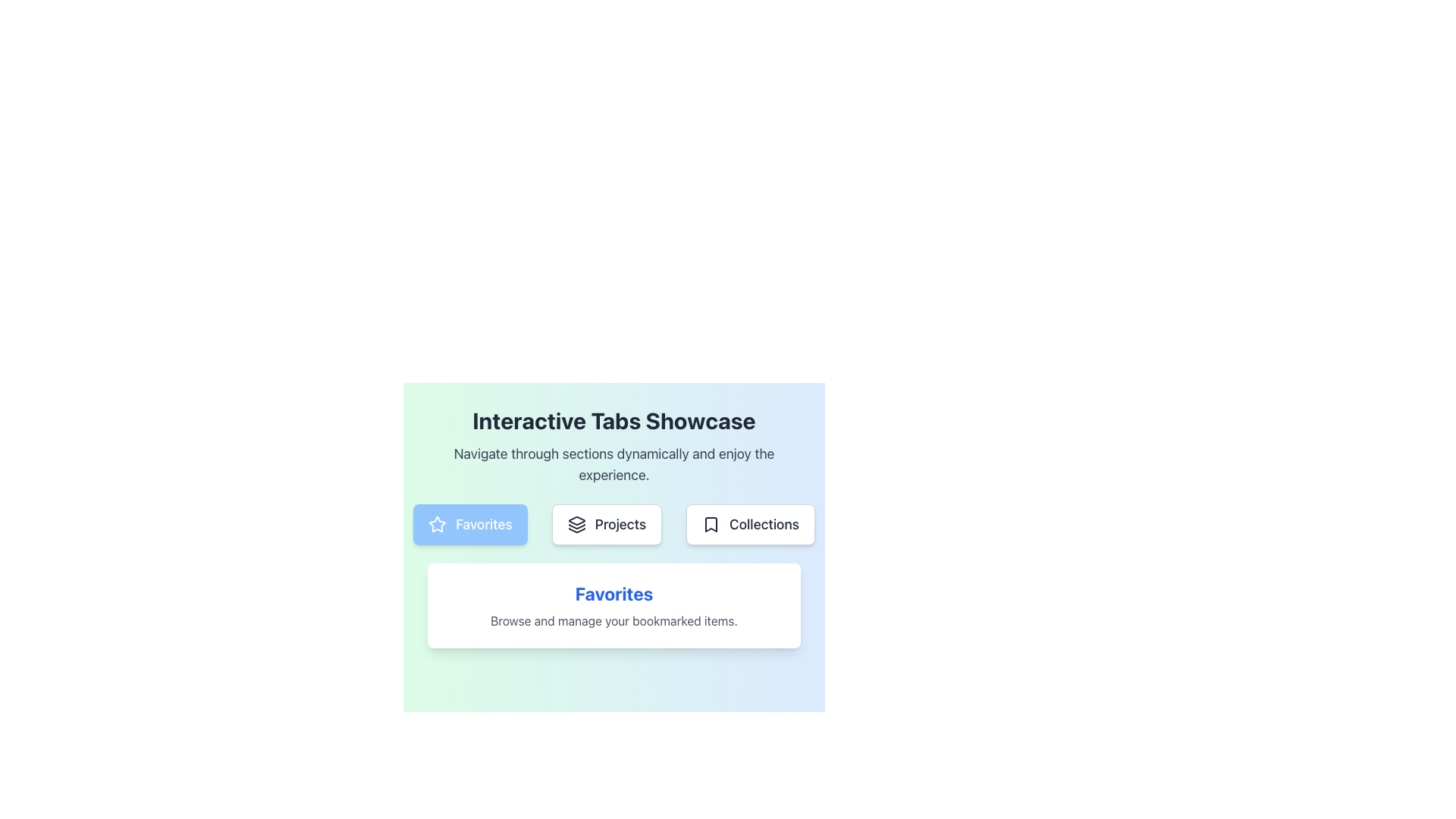  What do you see at coordinates (483, 523) in the screenshot?
I see `the button containing the 'Favorites' label` at bounding box center [483, 523].